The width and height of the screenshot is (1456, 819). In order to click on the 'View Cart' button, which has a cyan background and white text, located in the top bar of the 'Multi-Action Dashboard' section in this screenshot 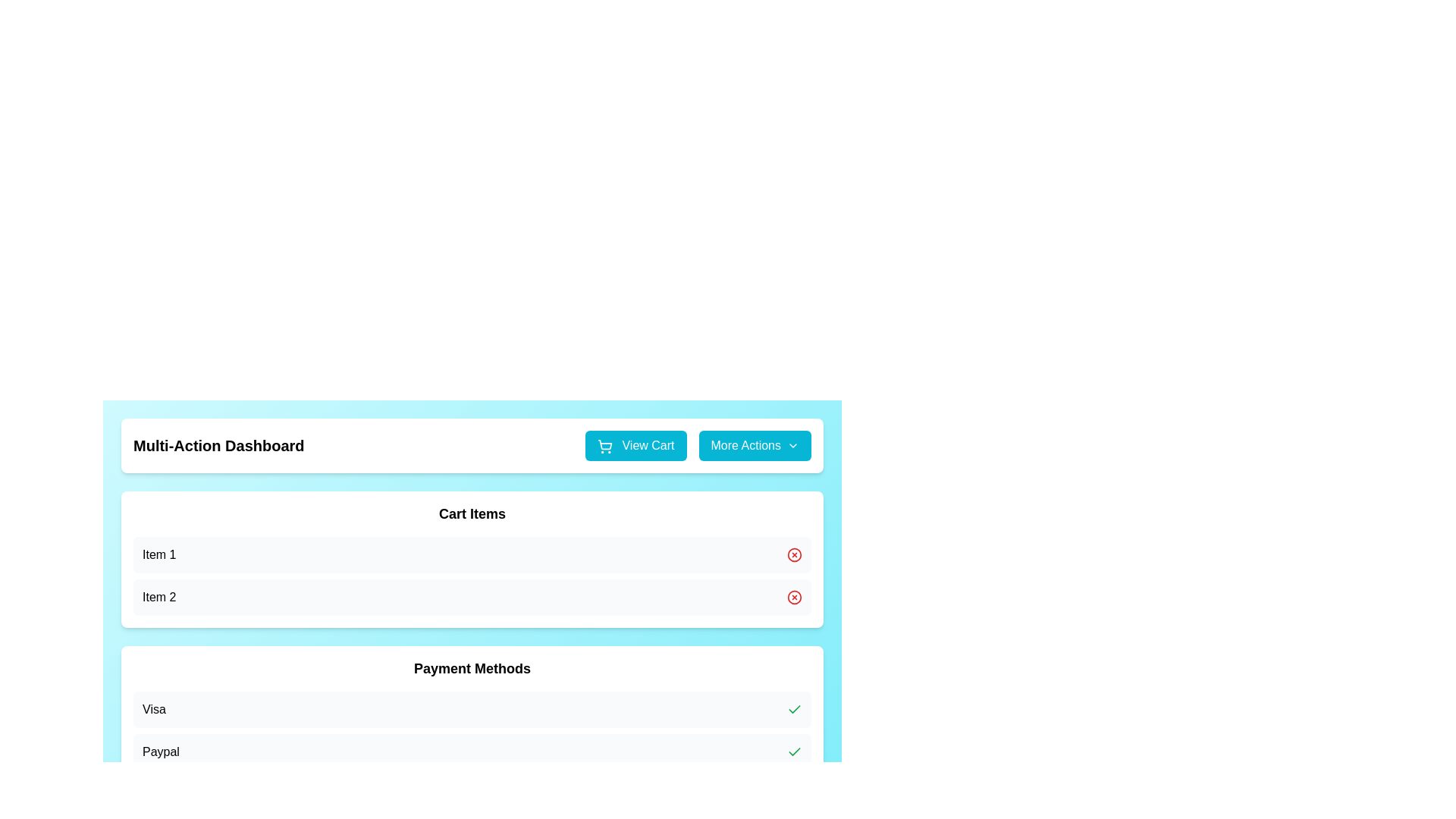, I will do `click(635, 444)`.